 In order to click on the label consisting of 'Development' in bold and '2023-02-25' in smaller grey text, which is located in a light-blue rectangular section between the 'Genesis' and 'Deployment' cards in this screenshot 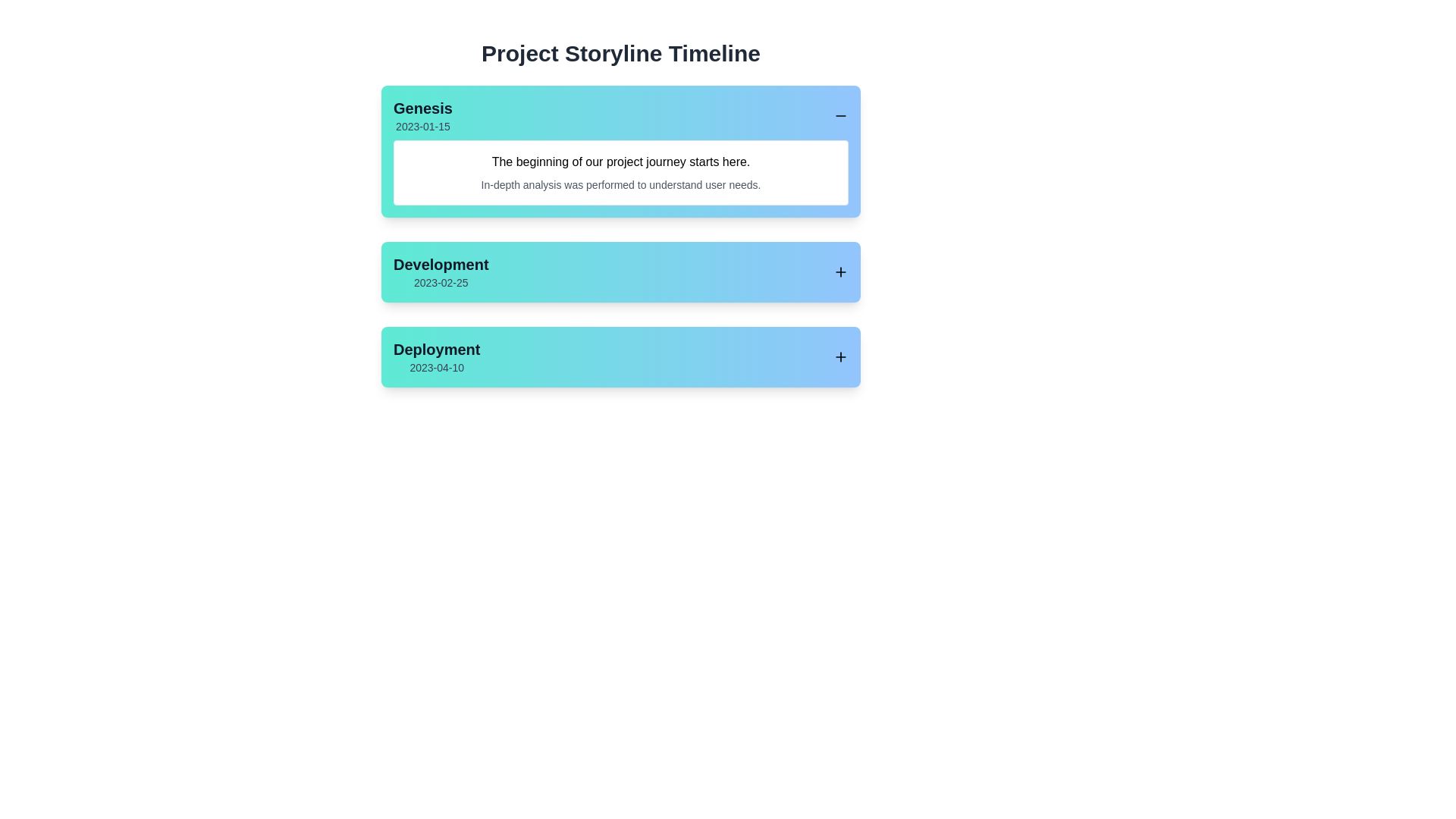, I will do `click(440, 271)`.